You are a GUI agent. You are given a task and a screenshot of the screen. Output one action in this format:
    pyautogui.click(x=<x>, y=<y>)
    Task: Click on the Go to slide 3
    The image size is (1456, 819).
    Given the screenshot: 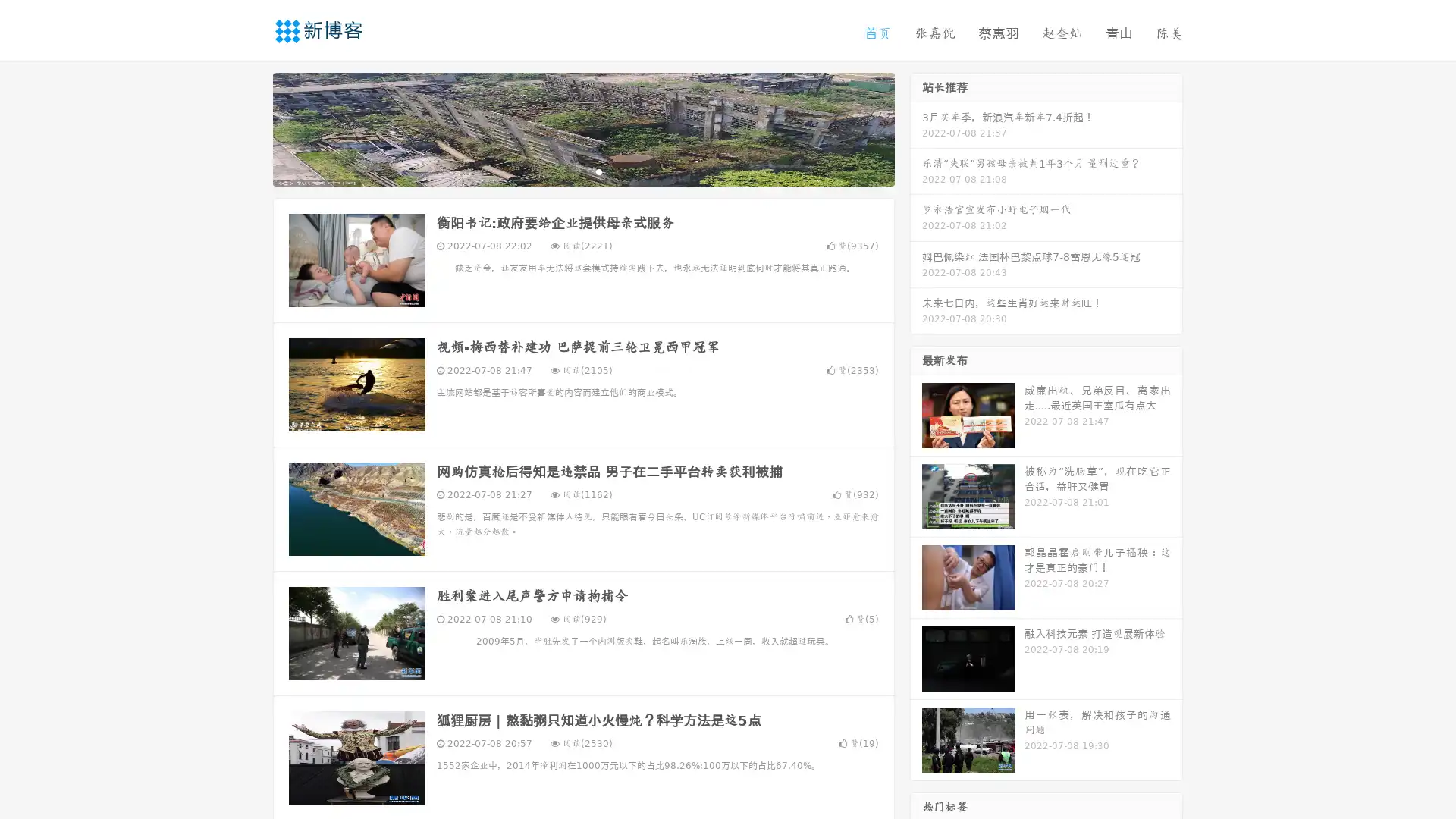 What is the action you would take?
    pyautogui.click(x=598, y=171)
    